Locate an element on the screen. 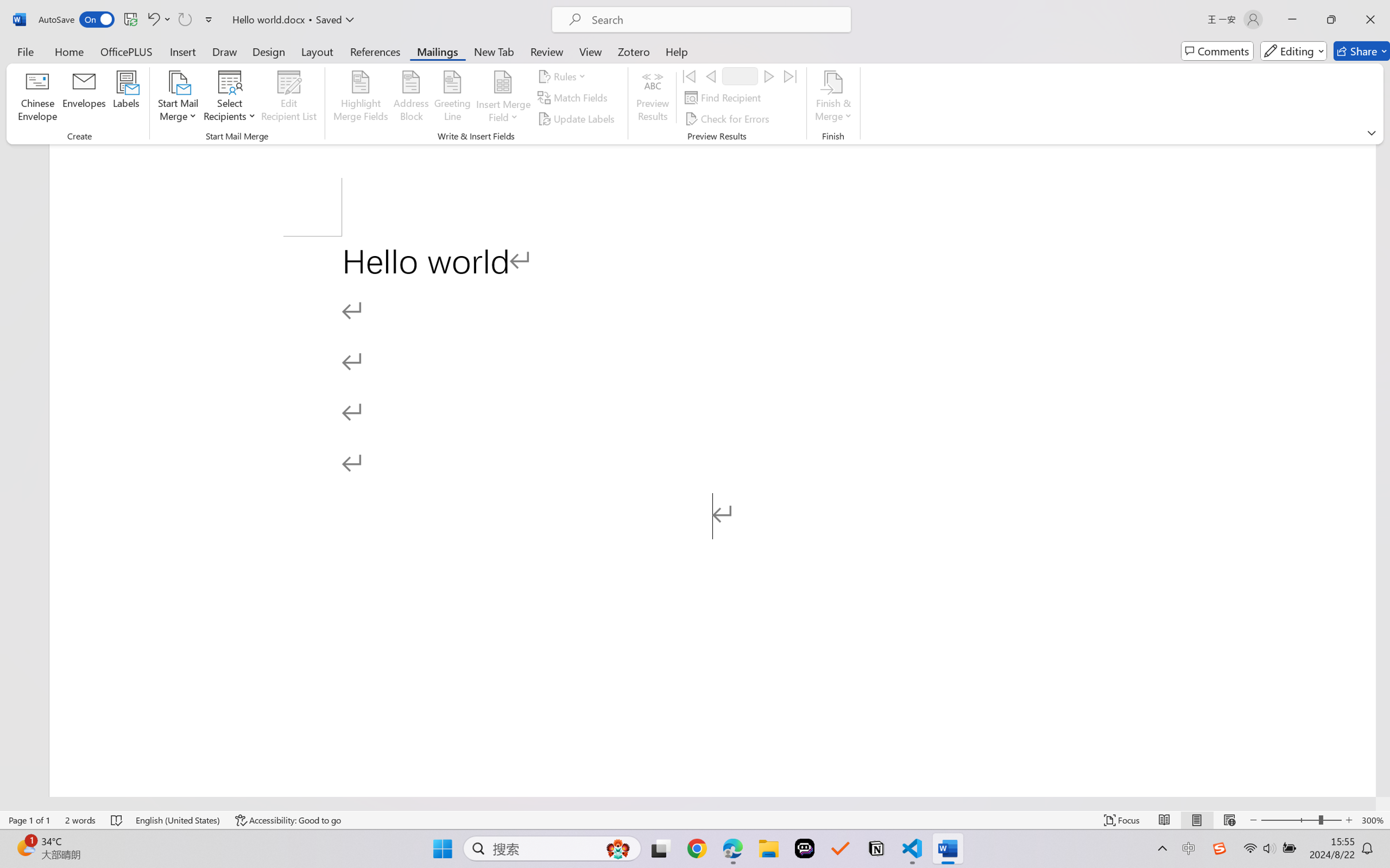 This screenshot has width=1390, height=868. 'Envelopes...' is located at coordinates (84, 98).